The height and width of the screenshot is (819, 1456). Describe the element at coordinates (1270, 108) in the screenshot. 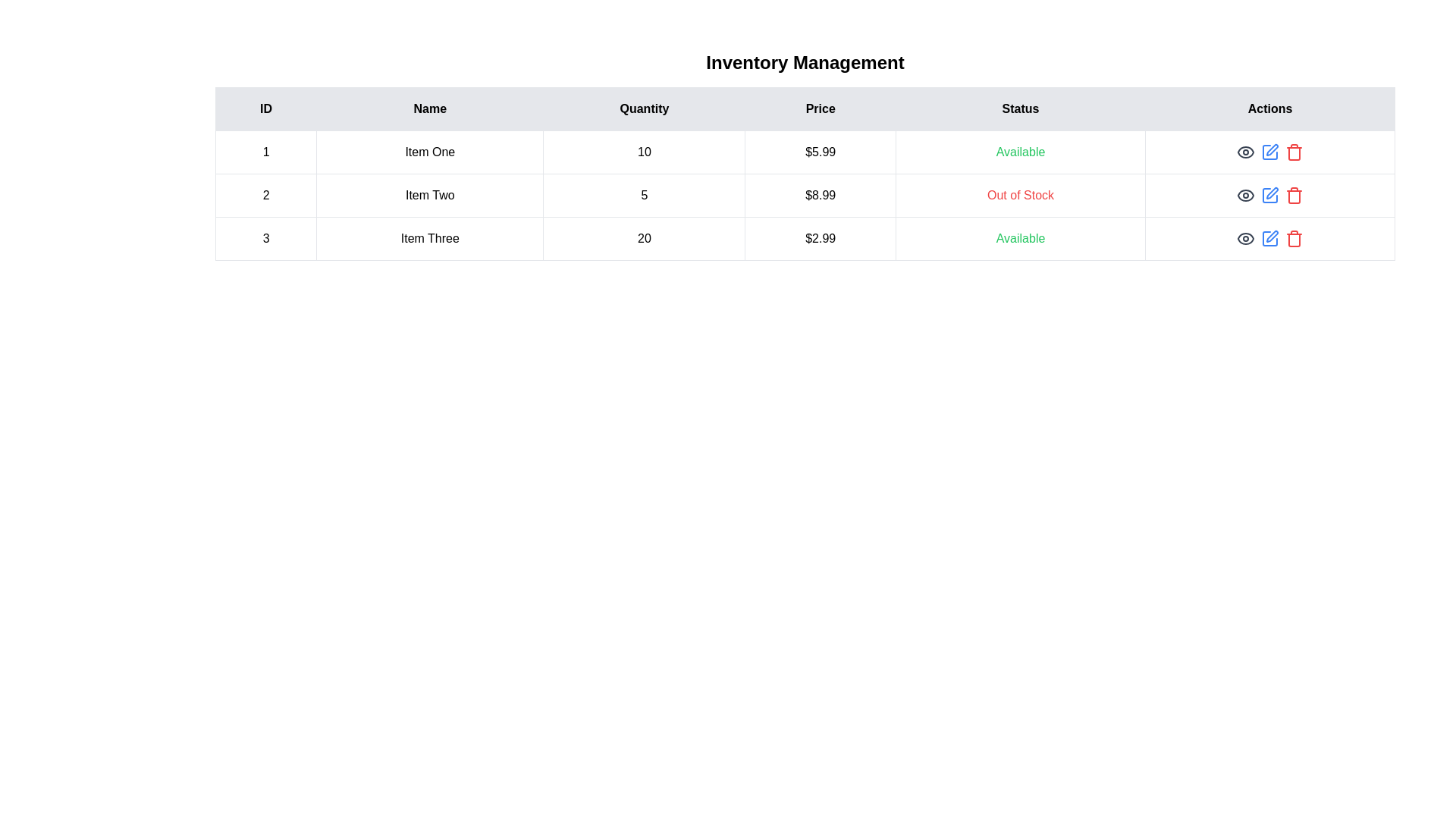

I see `the column header labeled Actions to sort the table by that column` at that location.